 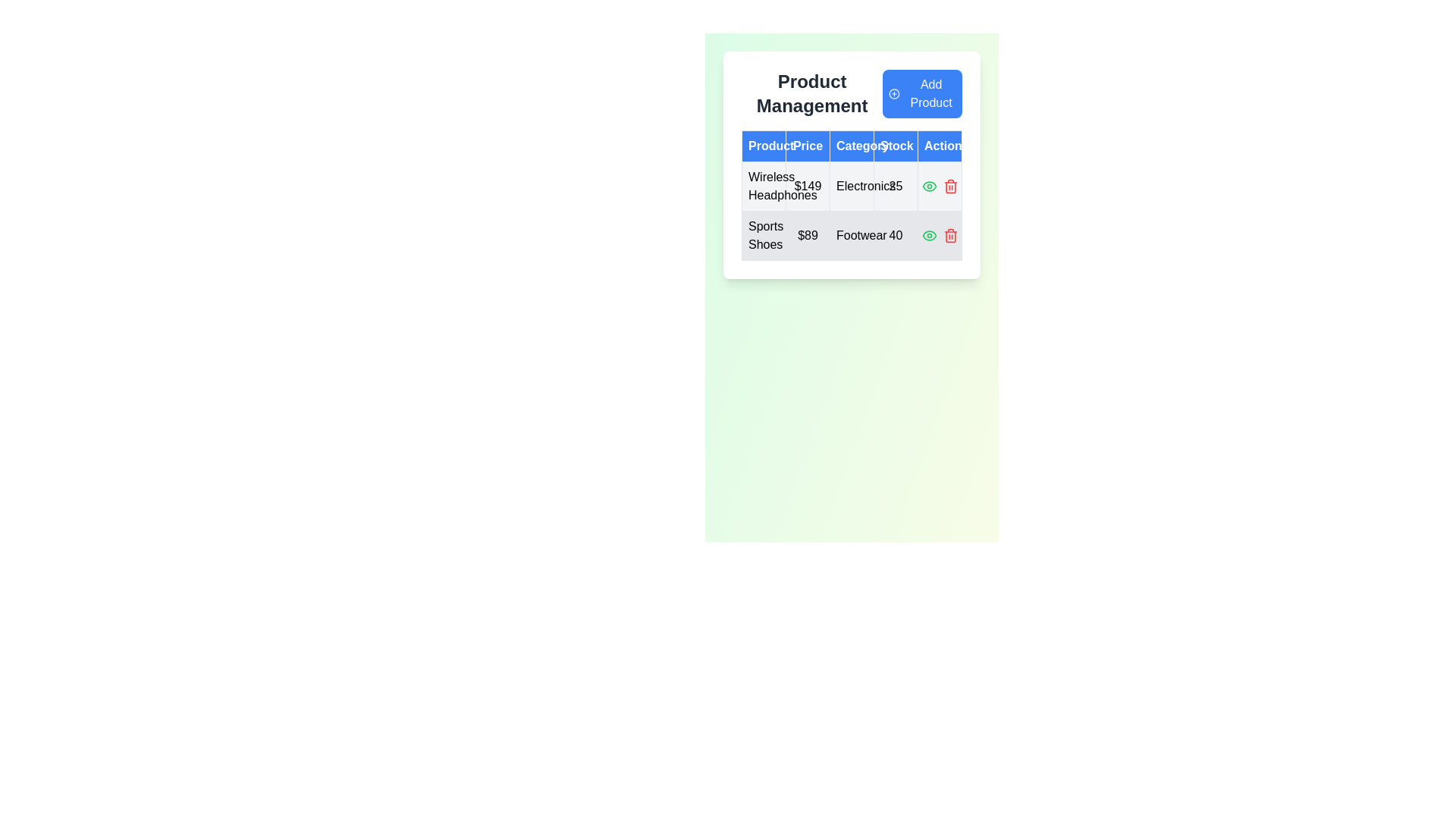 I want to click on the Icon button located, so click(x=928, y=186).